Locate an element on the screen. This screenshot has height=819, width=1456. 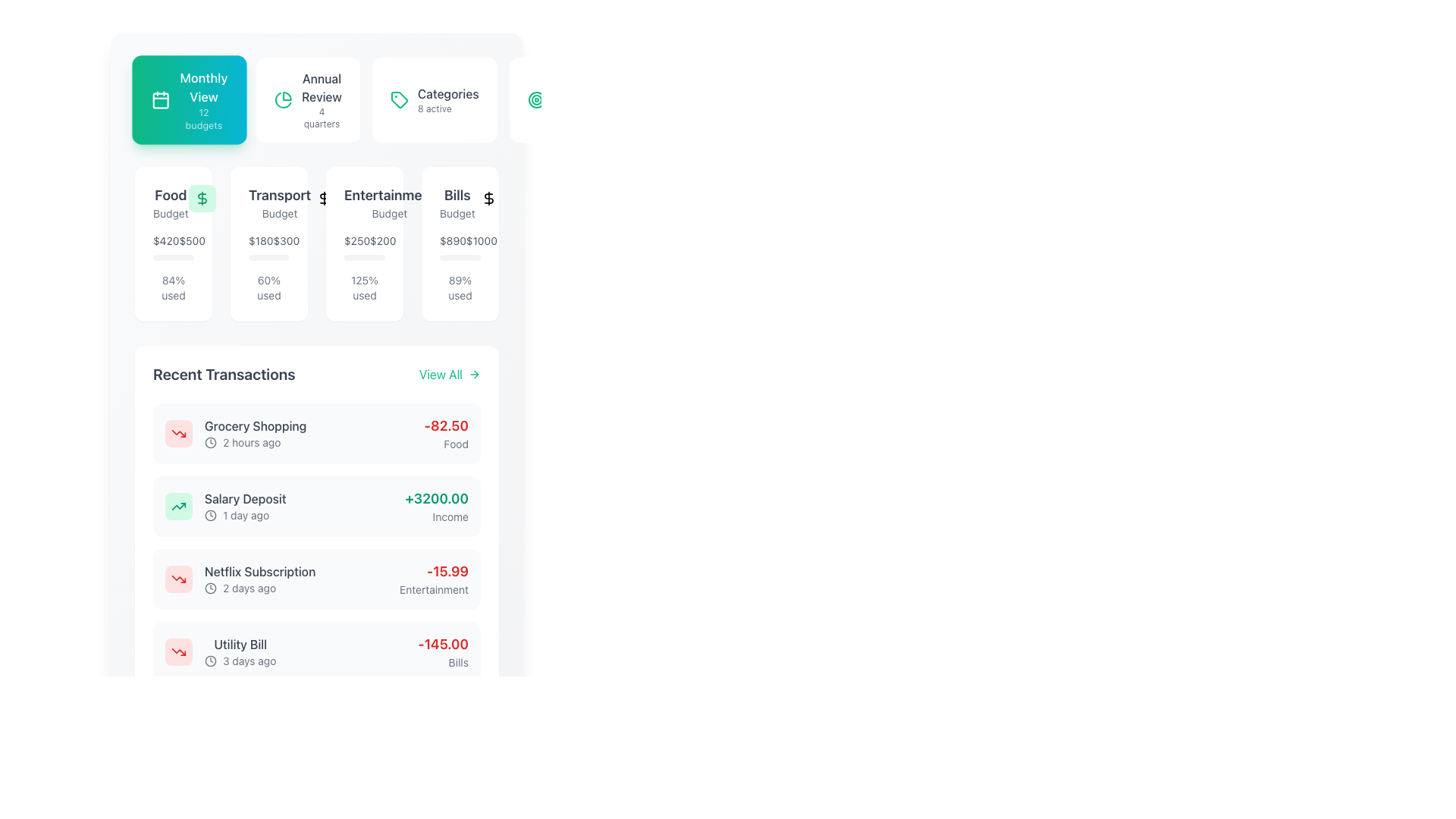
the informational Text label indicating the count associated with 'Monthly View', located at the bottom of the 'Monthly View' card is located at coordinates (202, 118).